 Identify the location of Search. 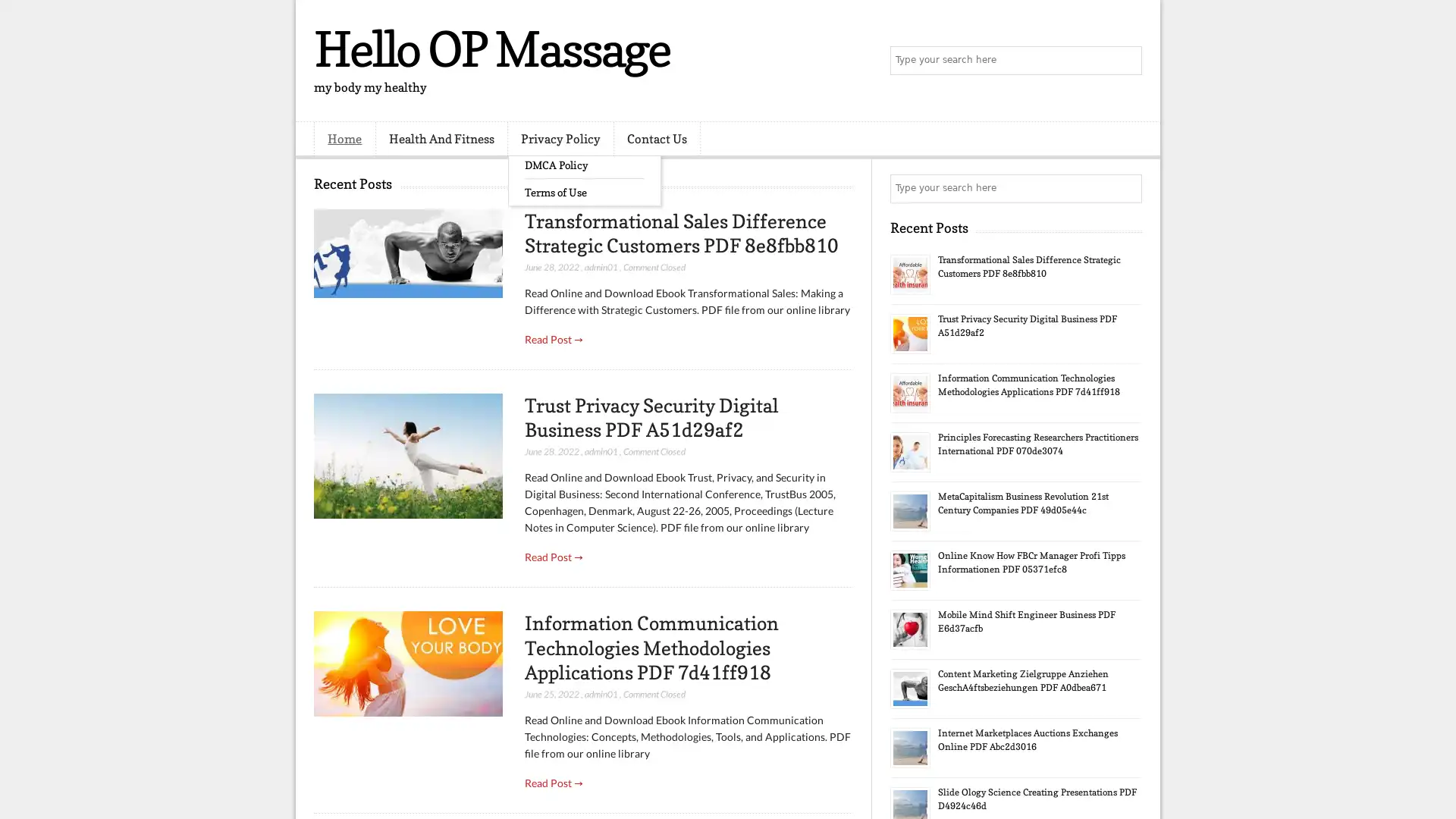
(1126, 188).